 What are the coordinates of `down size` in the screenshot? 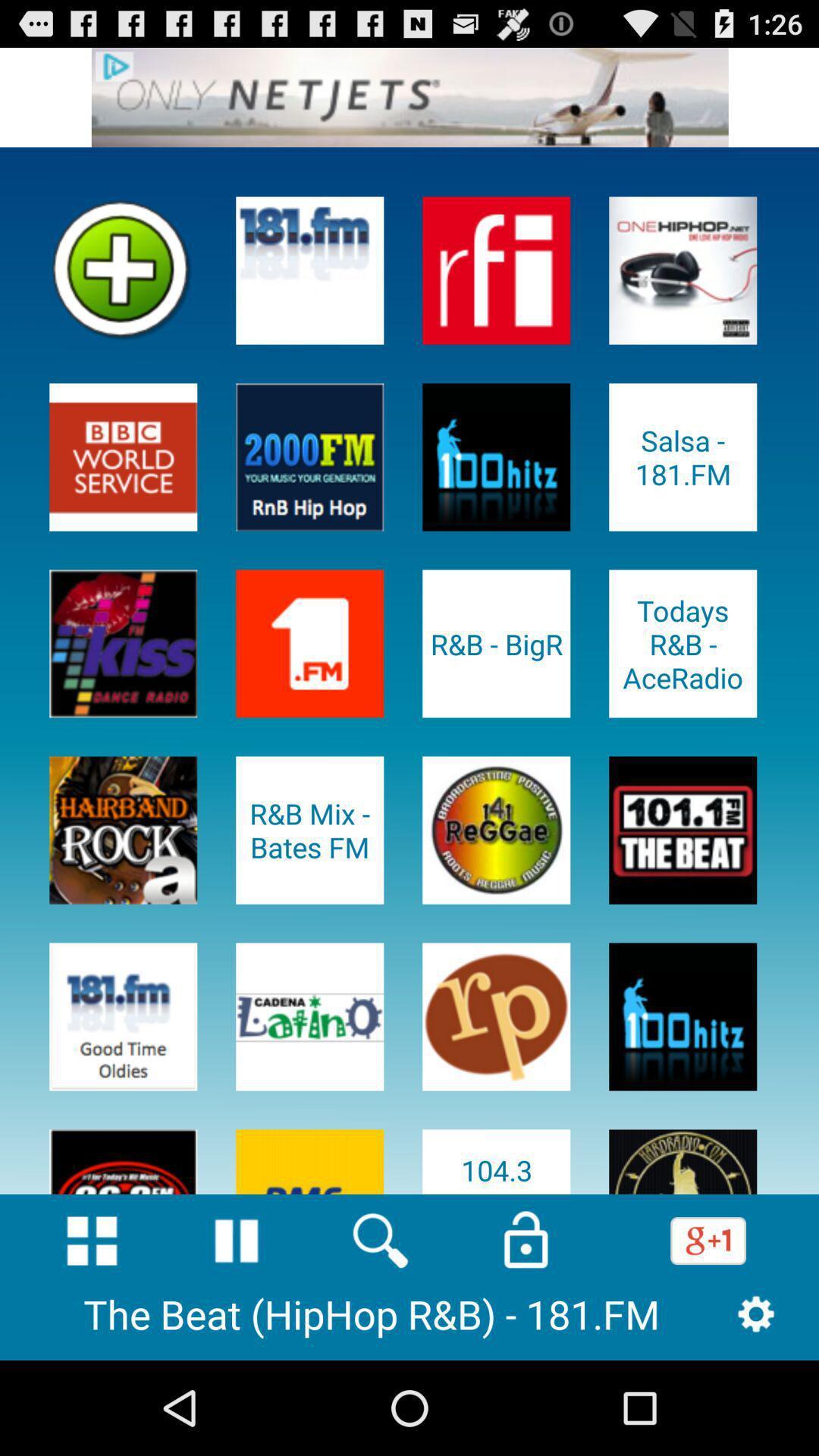 It's located at (92, 1241).